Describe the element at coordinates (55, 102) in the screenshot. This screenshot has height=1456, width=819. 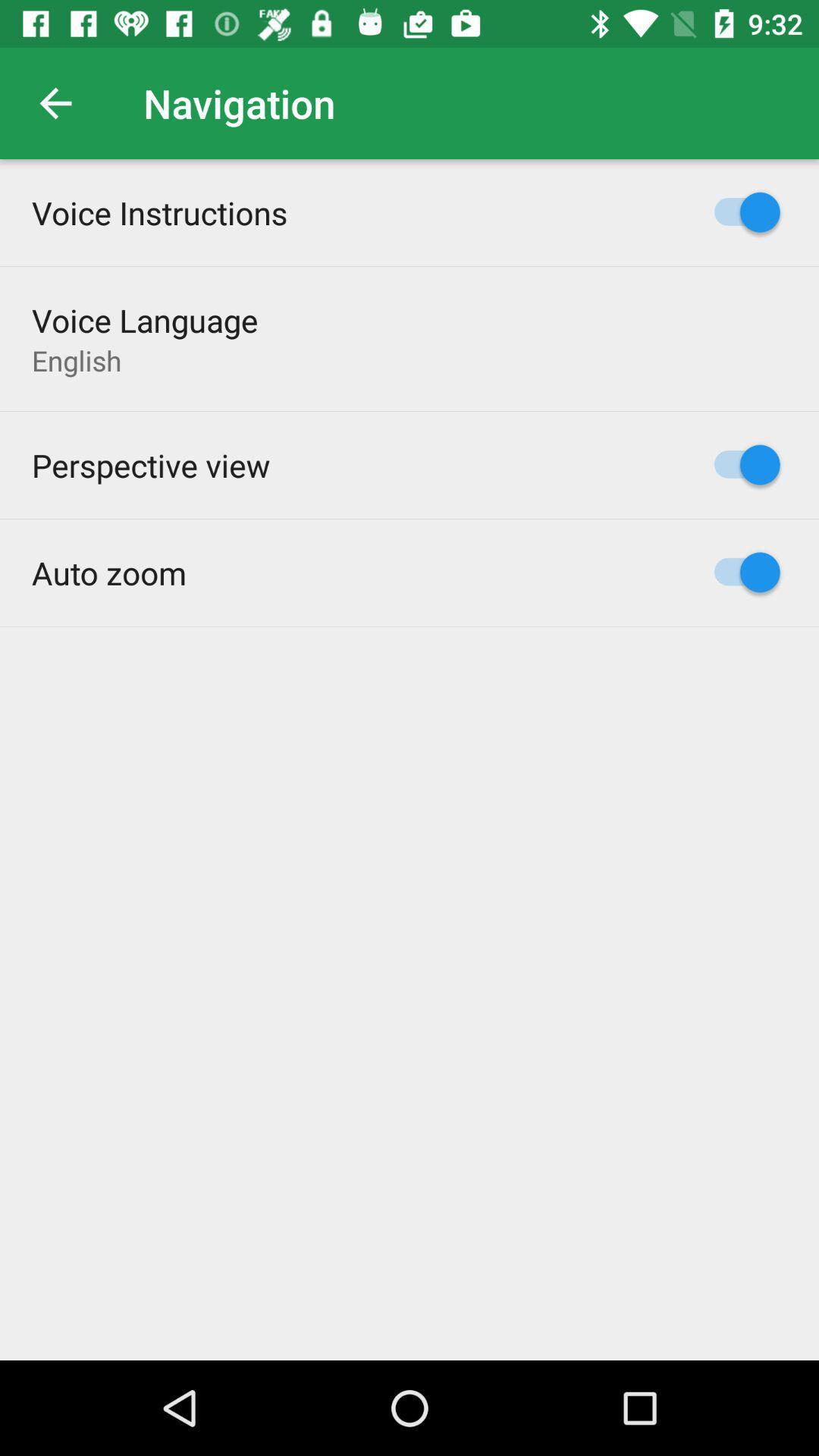
I see `the icon next to the navigation item` at that location.